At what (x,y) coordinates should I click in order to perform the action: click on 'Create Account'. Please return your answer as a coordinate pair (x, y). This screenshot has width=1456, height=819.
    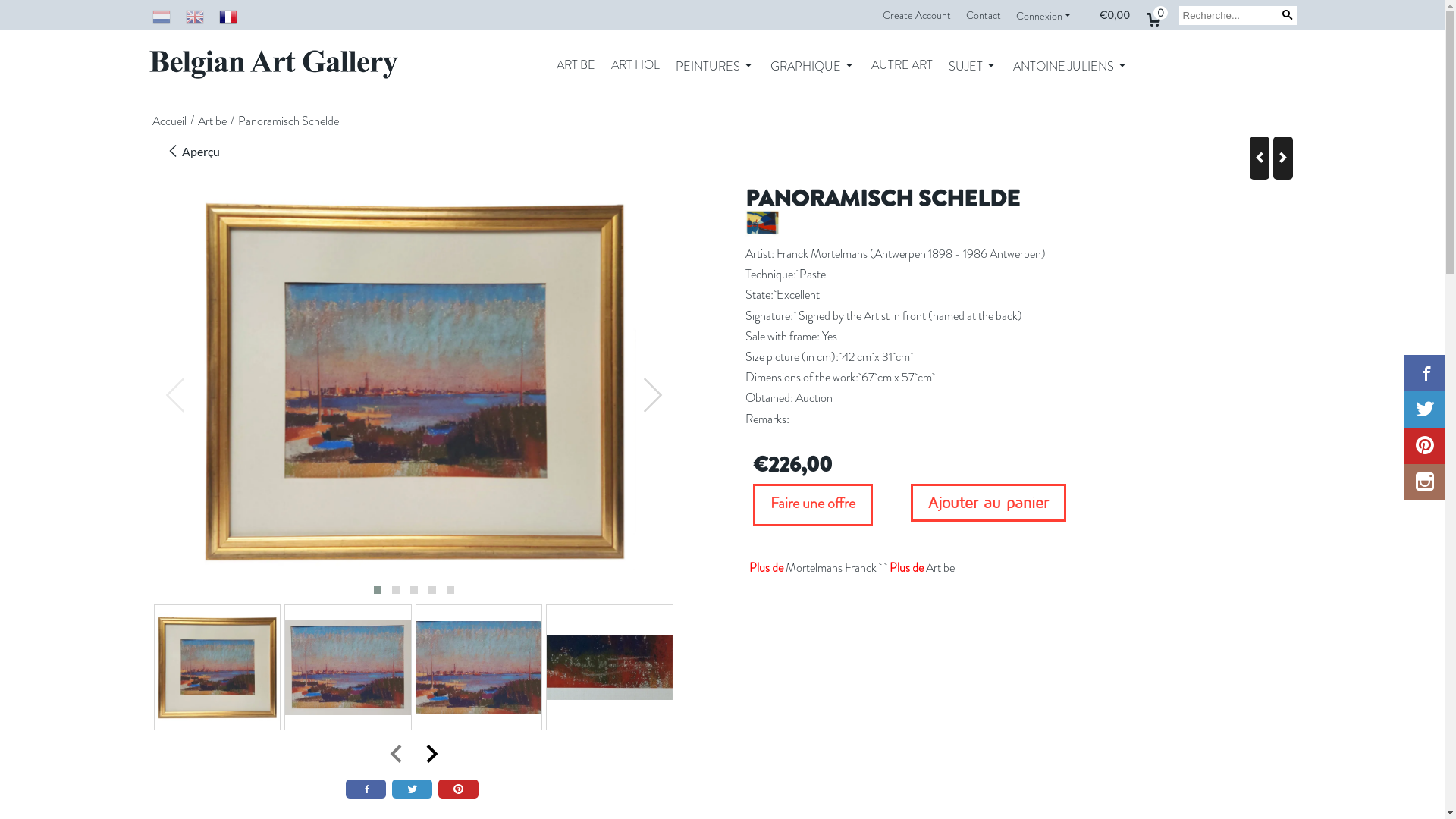
    Looking at the image, I should click on (916, 14).